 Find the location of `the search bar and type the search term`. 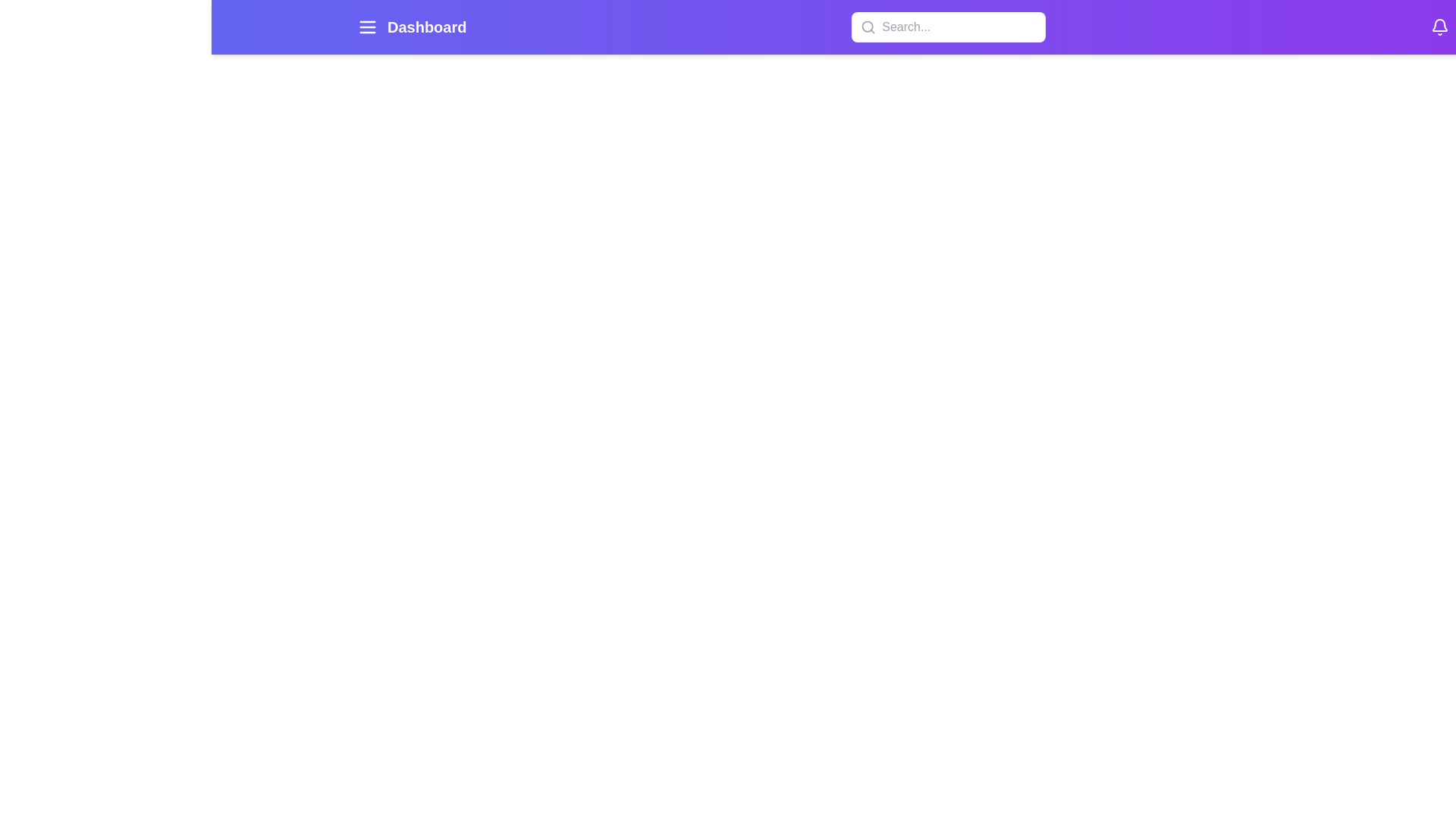

the search bar and type the search term is located at coordinates (948, 27).